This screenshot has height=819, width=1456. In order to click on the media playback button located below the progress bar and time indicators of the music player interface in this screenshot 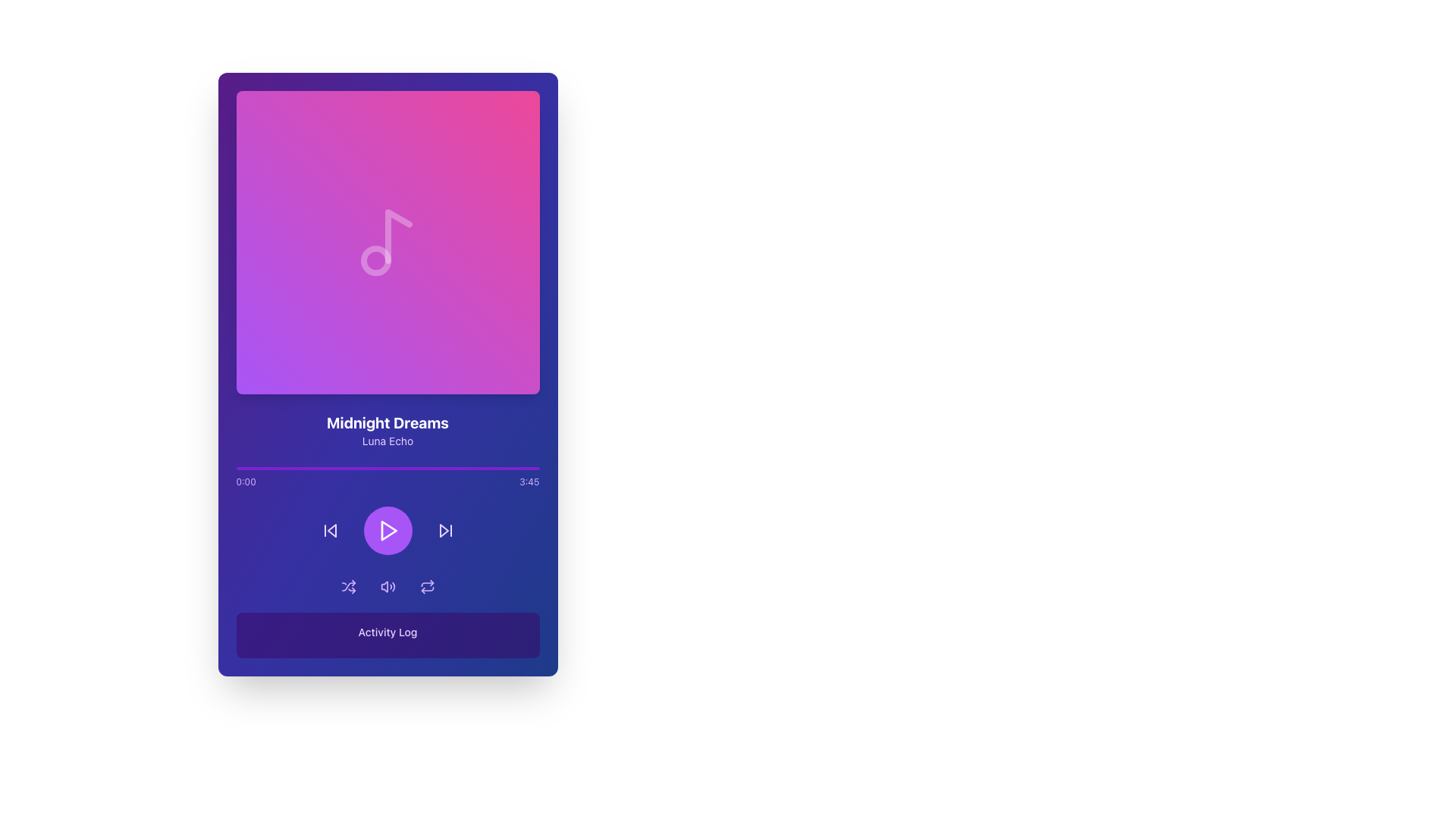, I will do `click(388, 529)`.